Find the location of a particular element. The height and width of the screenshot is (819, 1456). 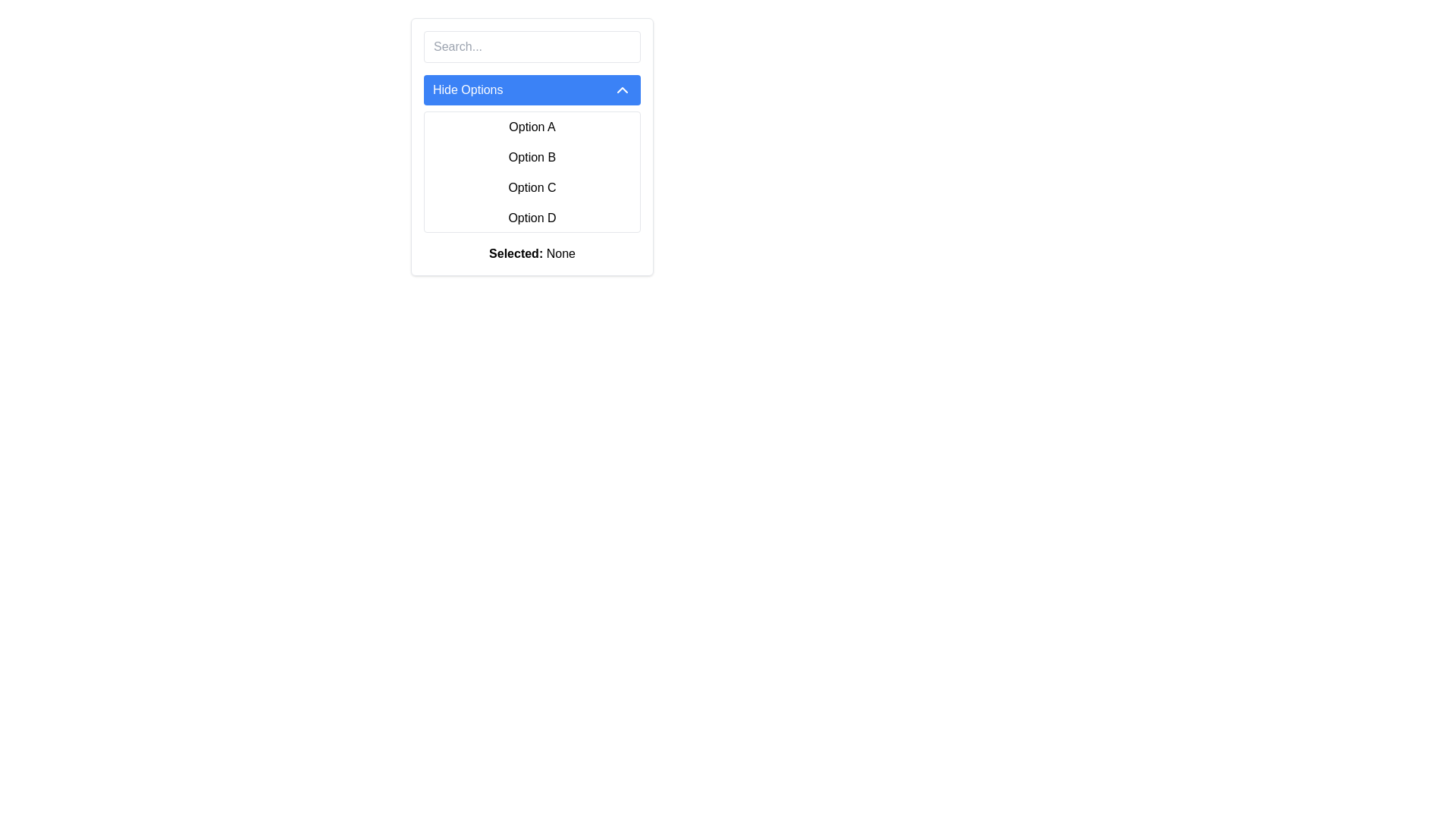

the fourth selectable option labeled 'Option D' in the dropdown list is located at coordinates (532, 218).